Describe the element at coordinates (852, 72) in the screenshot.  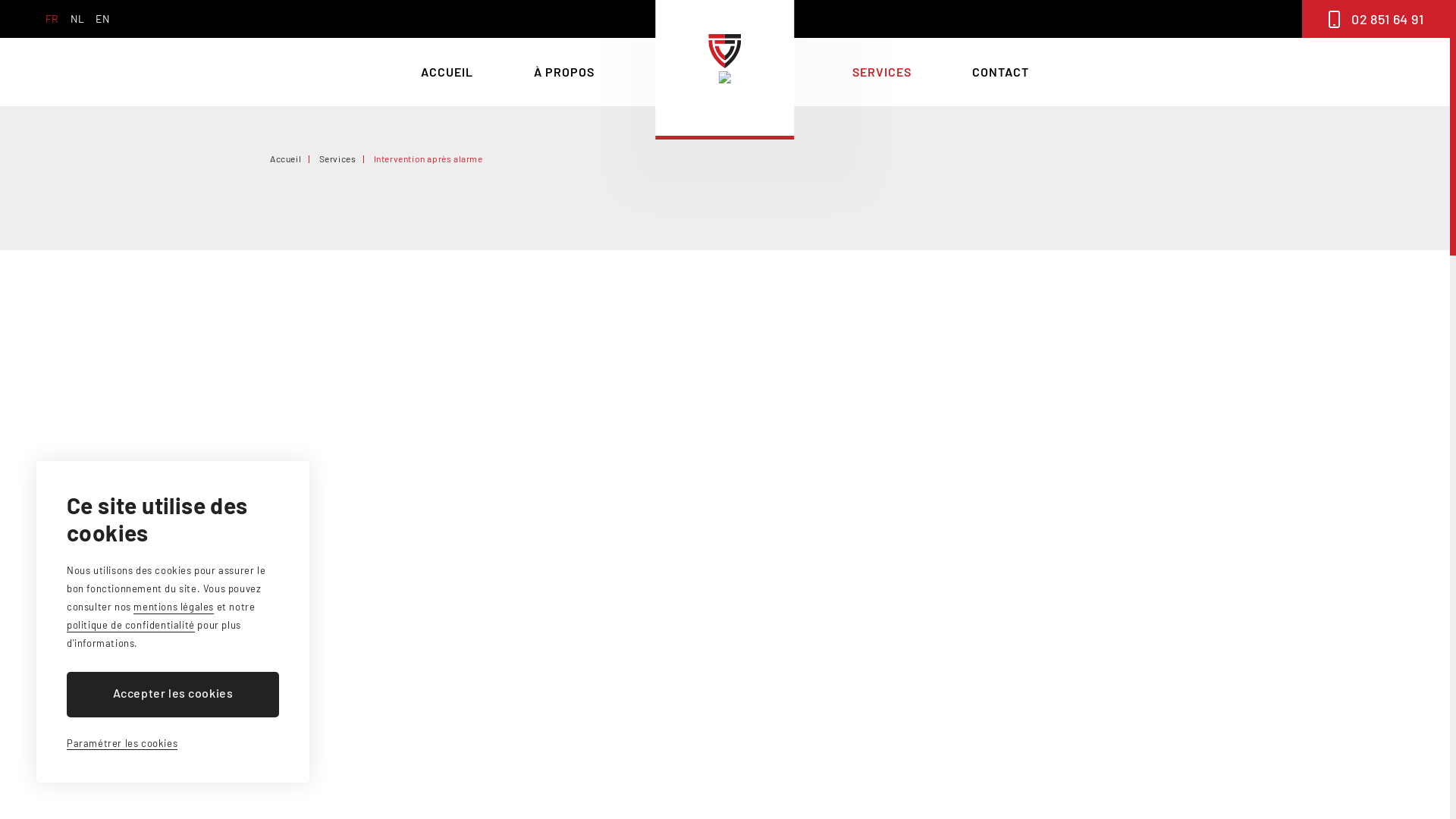
I see `'SERVICES'` at that location.